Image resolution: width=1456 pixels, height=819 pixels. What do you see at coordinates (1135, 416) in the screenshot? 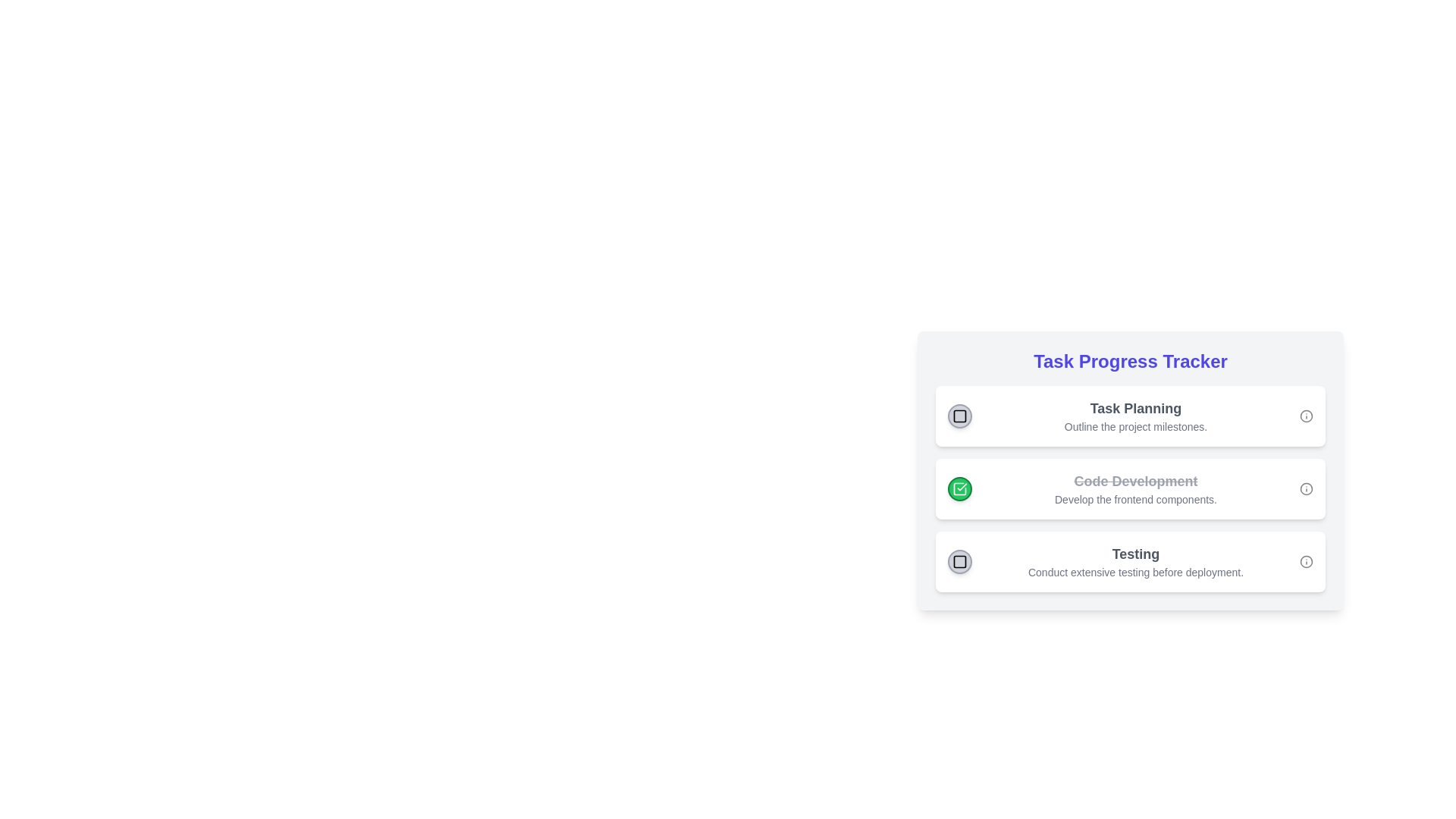
I see `the text display element that shows task information, located centrally within the first card of the 'Task Progress Tracker' list` at bounding box center [1135, 416].